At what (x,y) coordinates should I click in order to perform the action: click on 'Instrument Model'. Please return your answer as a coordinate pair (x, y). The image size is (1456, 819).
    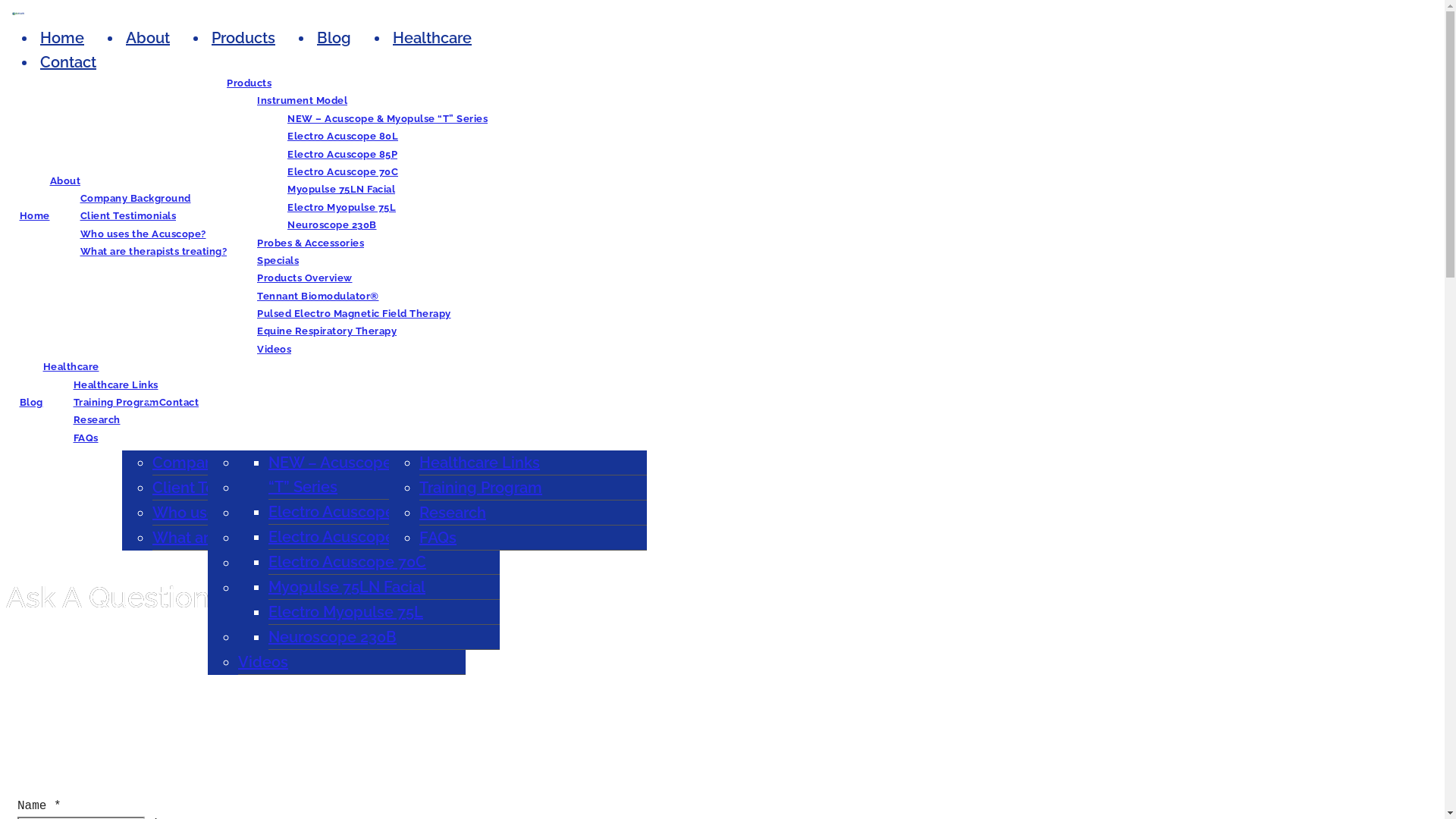
    Looking at the image, I should click on (257, 100).